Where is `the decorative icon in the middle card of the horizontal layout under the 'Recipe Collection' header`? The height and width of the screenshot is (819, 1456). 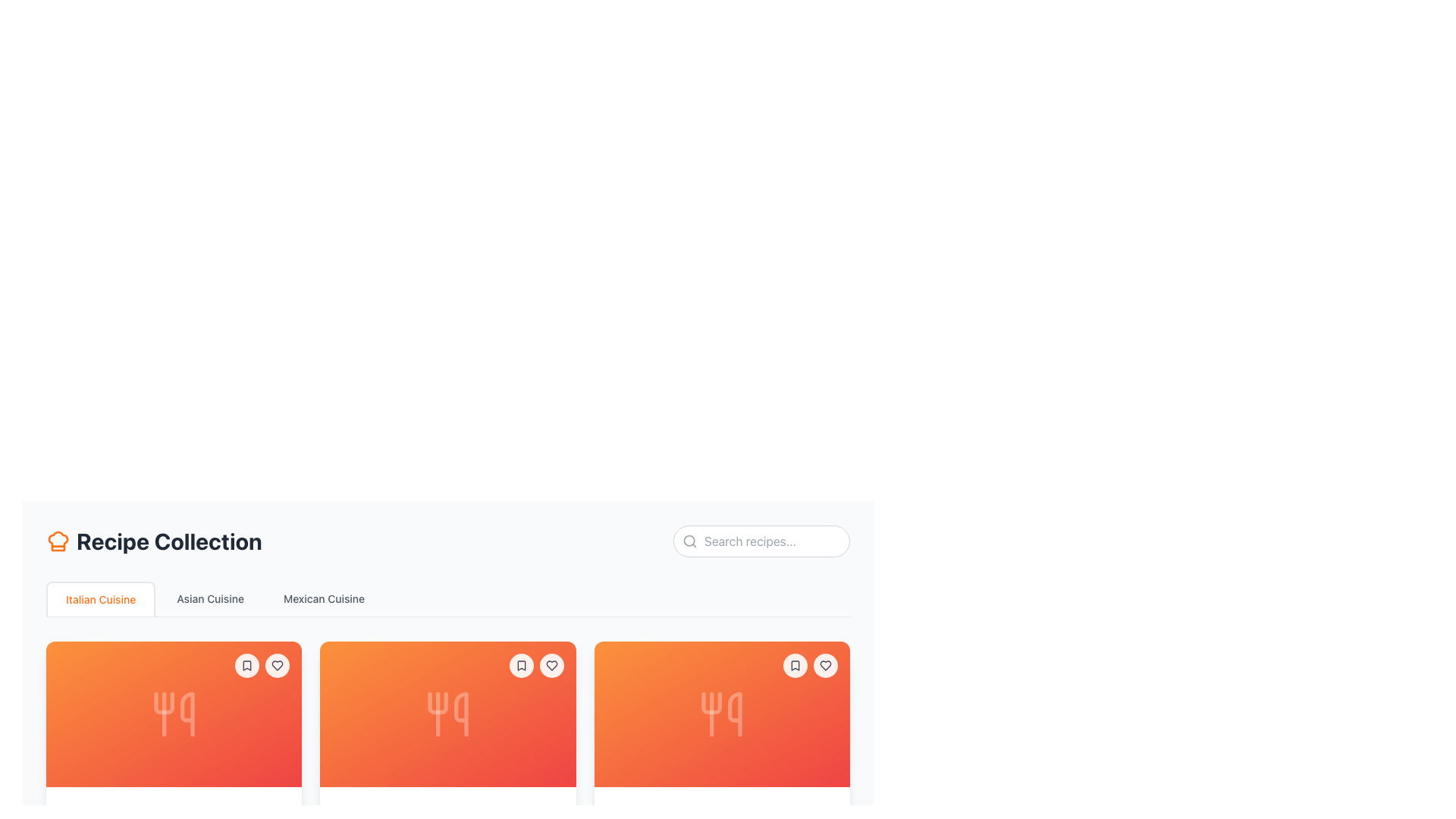
the decorative icon in the middle card of the horizontal layout under the 'Recipe Collection' header is located at coordinates (447, 714).